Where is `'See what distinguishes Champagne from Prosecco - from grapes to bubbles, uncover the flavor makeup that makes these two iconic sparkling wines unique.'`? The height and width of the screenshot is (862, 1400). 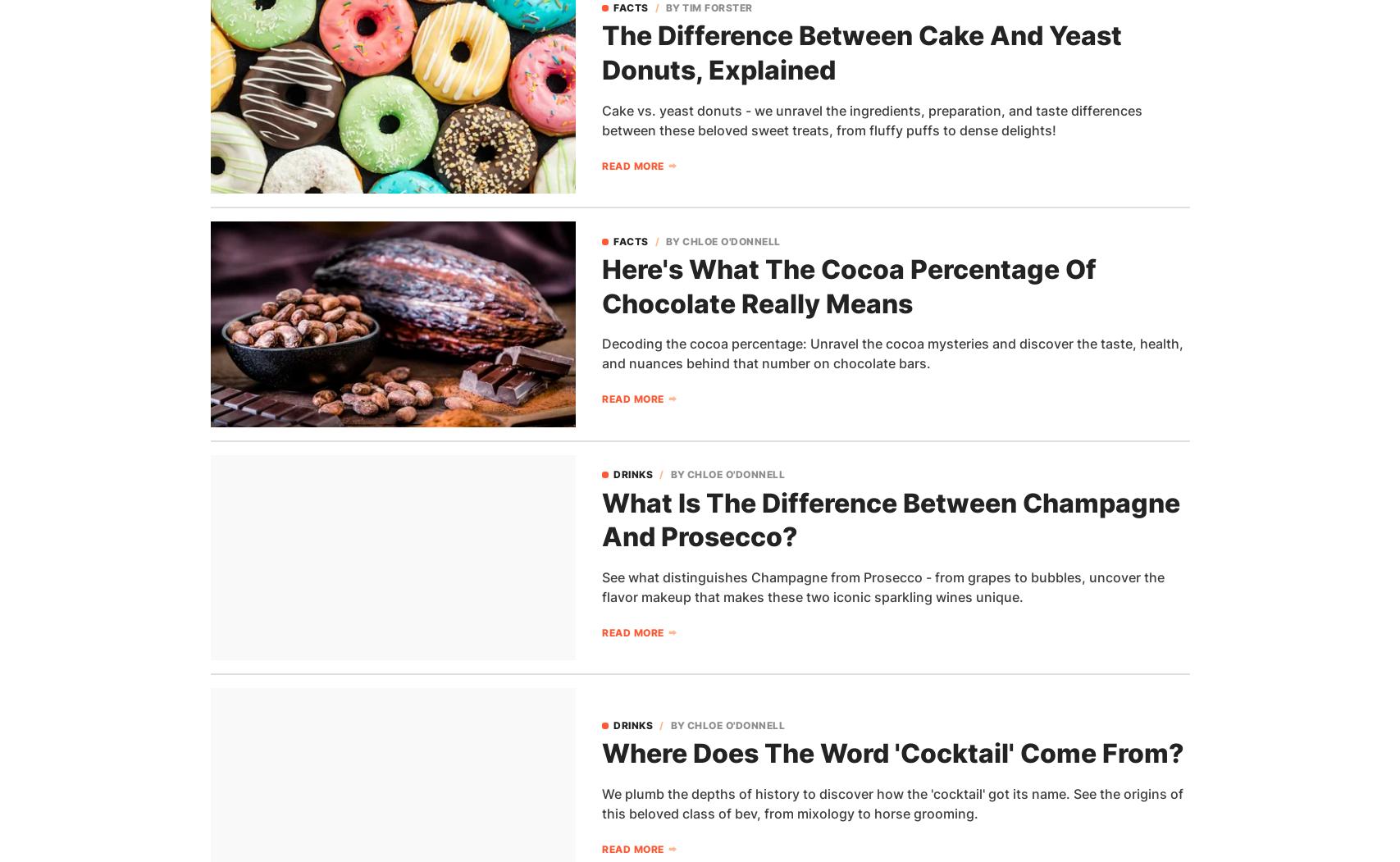
'See what distinguishes Champagne from Prosecco - from grapes to bubbles, uncover the flavor makeup that makes these two iconic sparkling wines unique.' is located at coordinates (882, 585).